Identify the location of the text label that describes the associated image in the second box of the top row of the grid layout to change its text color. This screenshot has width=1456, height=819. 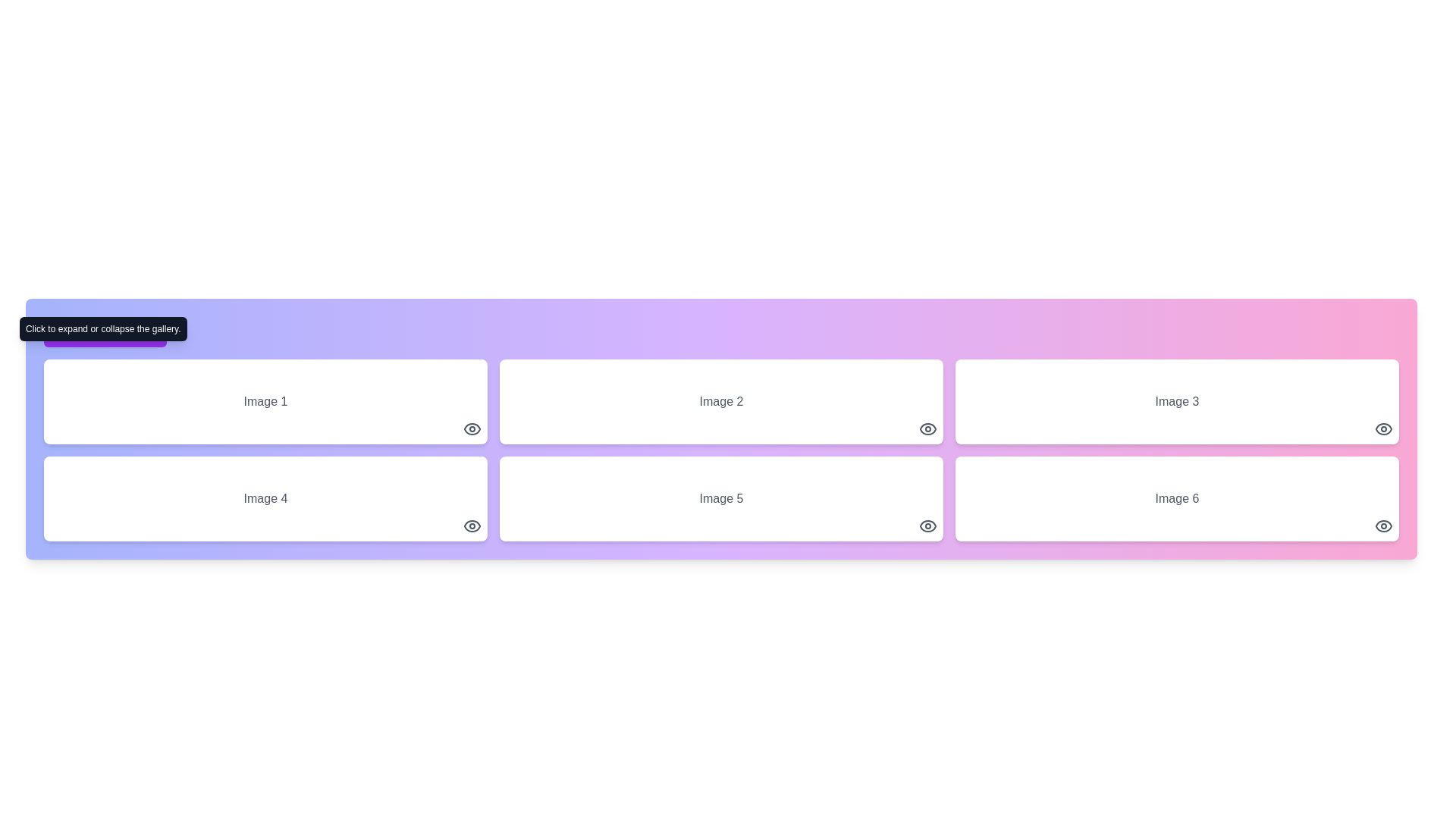
(720, 400).